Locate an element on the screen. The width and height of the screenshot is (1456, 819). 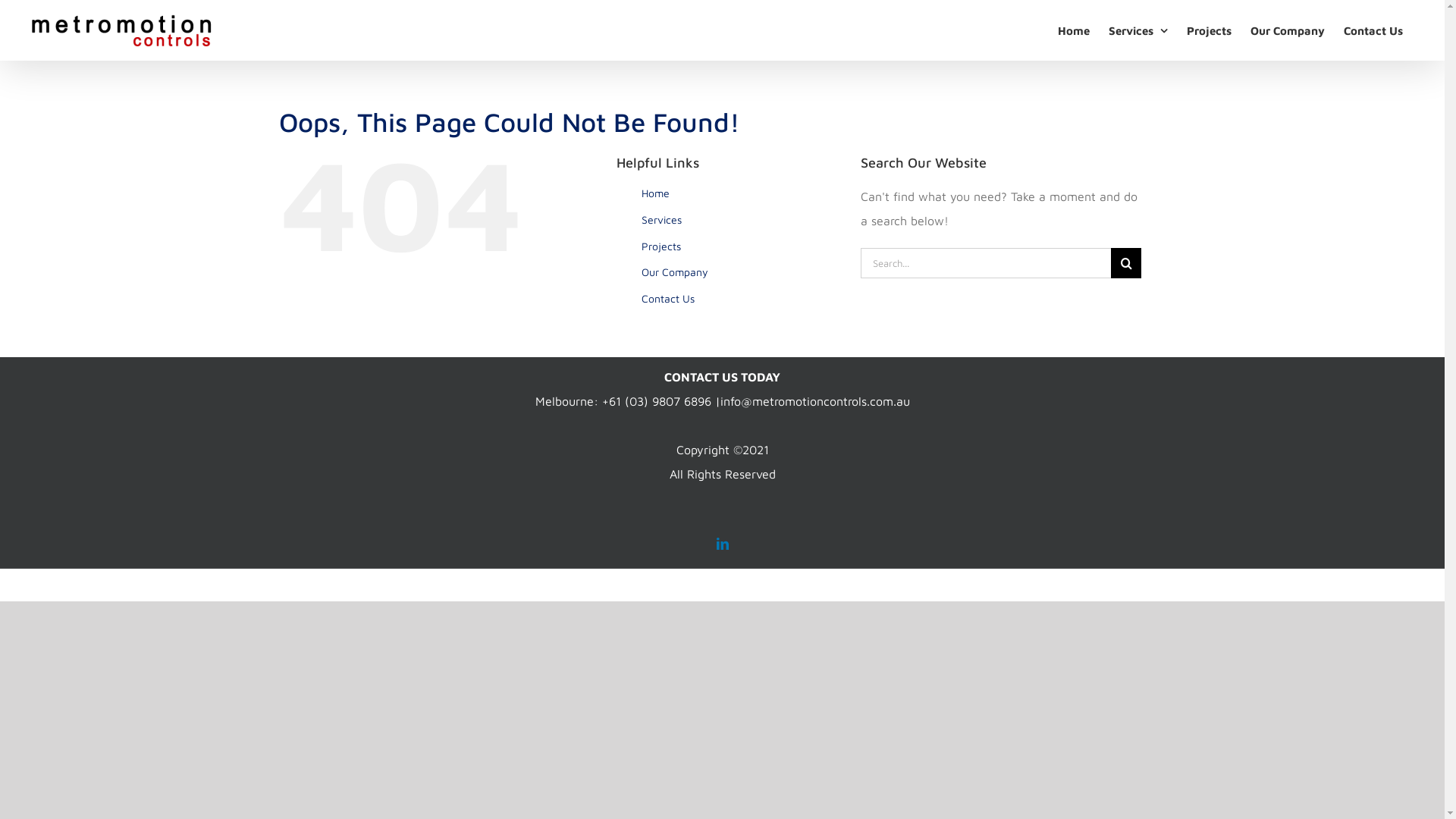
'Our Company' is located at coordinates (1287, 30).